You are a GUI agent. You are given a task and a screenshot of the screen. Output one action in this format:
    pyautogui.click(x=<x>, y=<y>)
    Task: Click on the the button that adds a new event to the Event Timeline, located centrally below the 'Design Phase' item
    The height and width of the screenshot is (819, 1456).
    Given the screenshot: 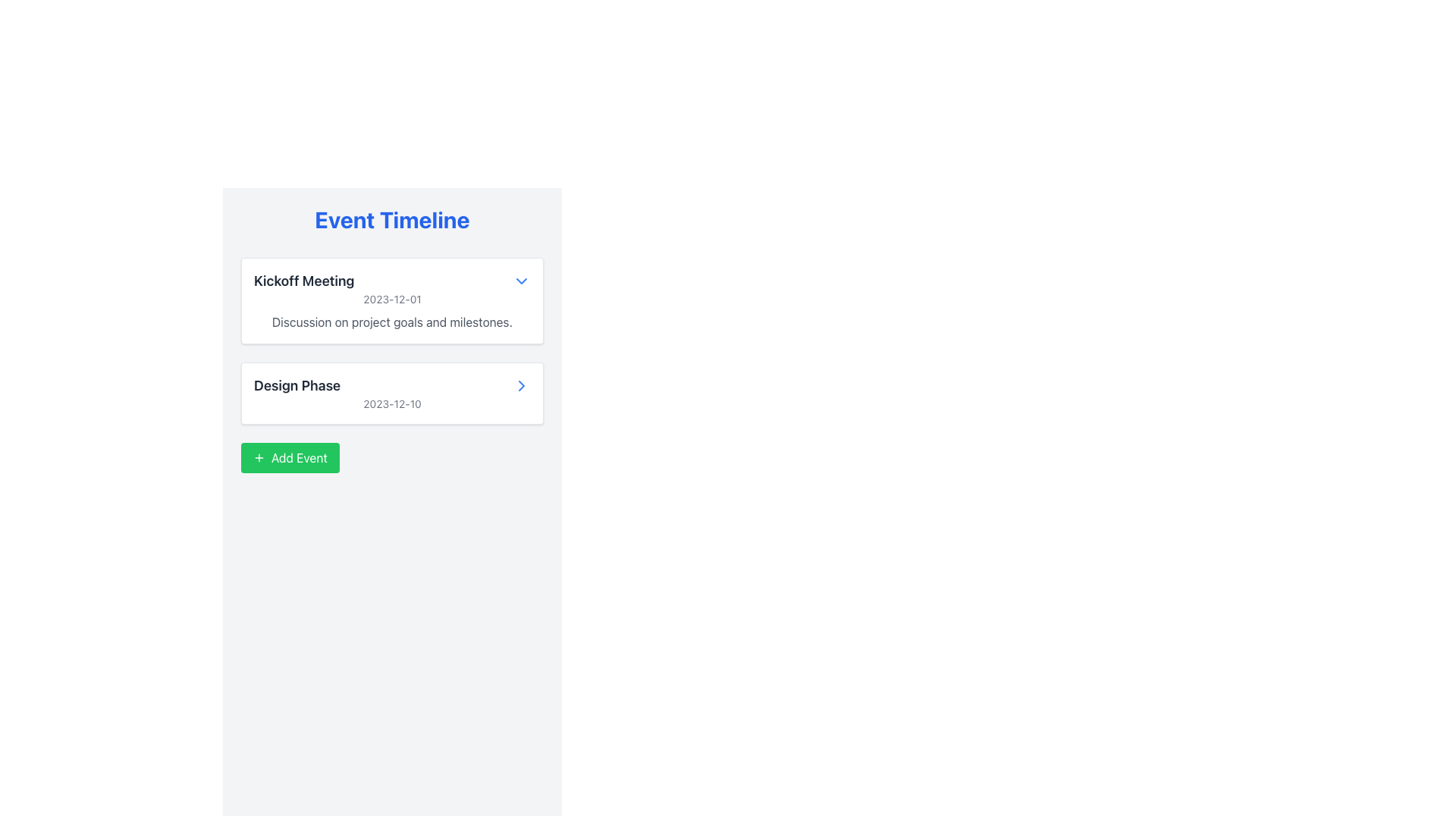 What is the action you would take?
    pyautogui.click(x=290, y=457)
    